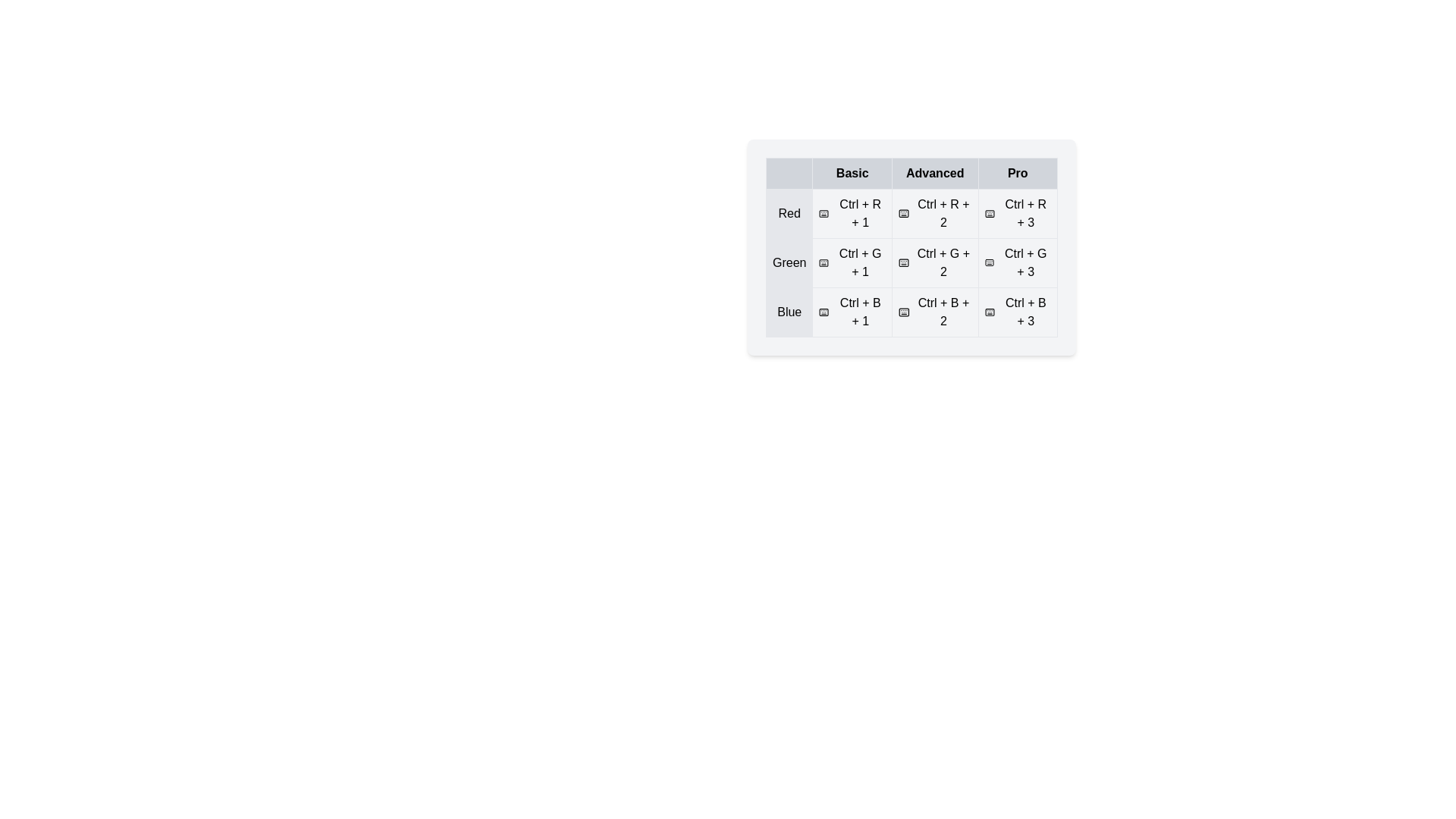 Image resolution: width=1456 pixels, height=819 pixels. What do you see at coordinates (934, 262) in the screenshot?
I see `text label that displays 'Ctrl + G + 2' accompanied by a keyboard icon, located in the second cell of the second row in the 'Advanced' column and 'Green' row` at bounding box center [934, 262].